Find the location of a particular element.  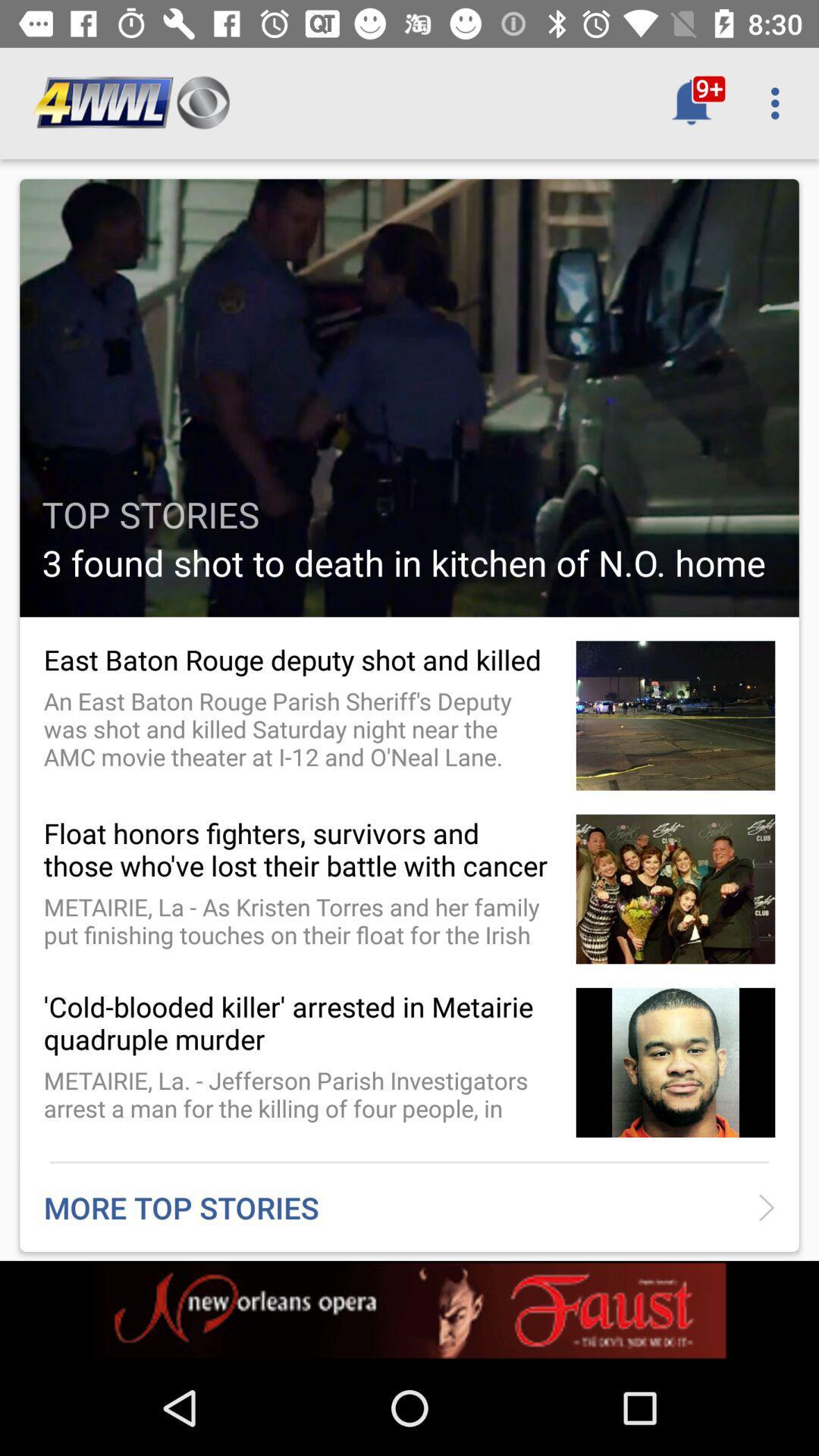

the item below more top stories item is located at coordinates (409, 1310).